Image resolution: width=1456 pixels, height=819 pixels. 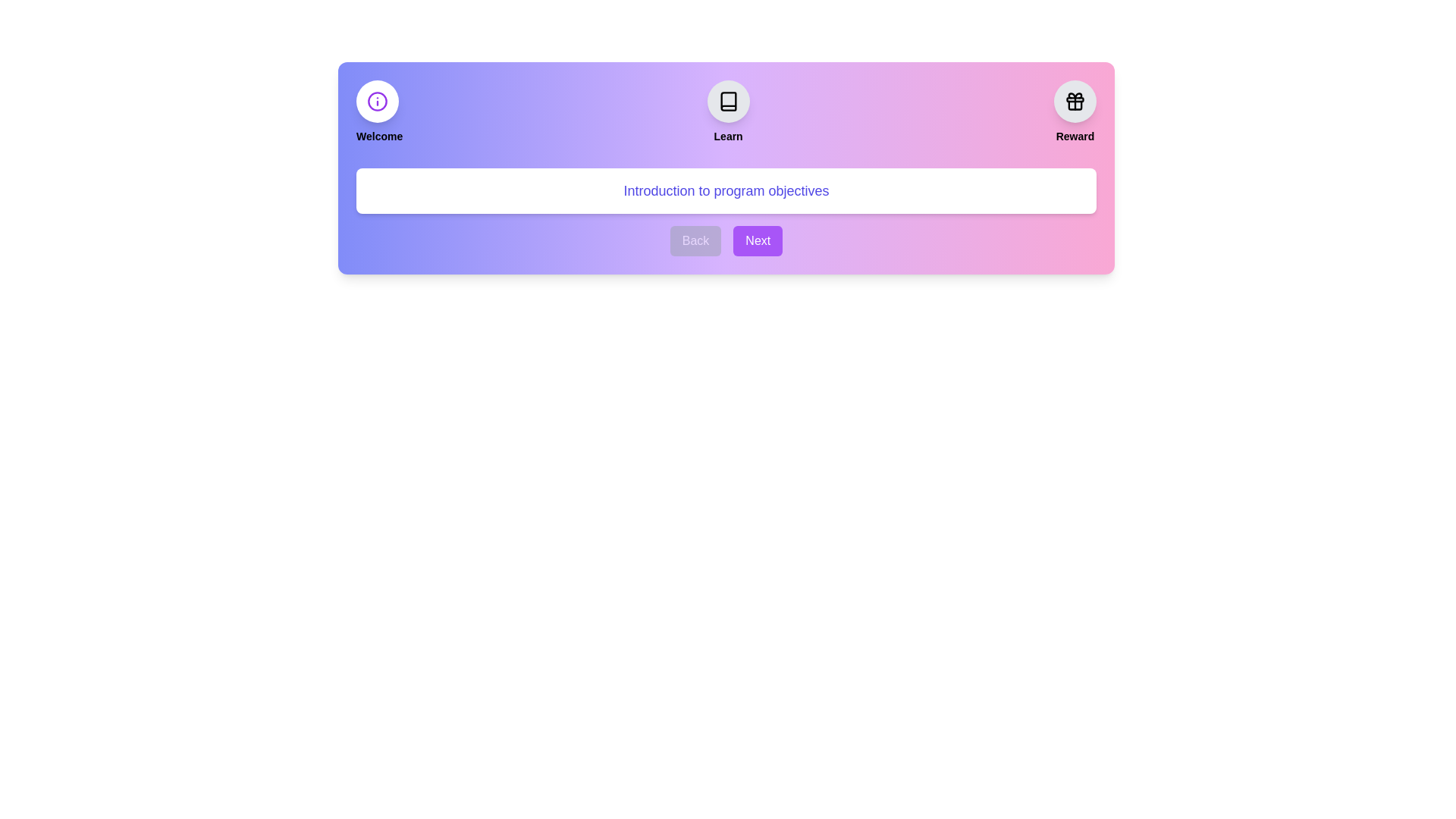 What do you see at coordinates (1074, 102) in the screenshot?
I see `the step icon for Reward to view its details` at bounding box center [1074, 102].